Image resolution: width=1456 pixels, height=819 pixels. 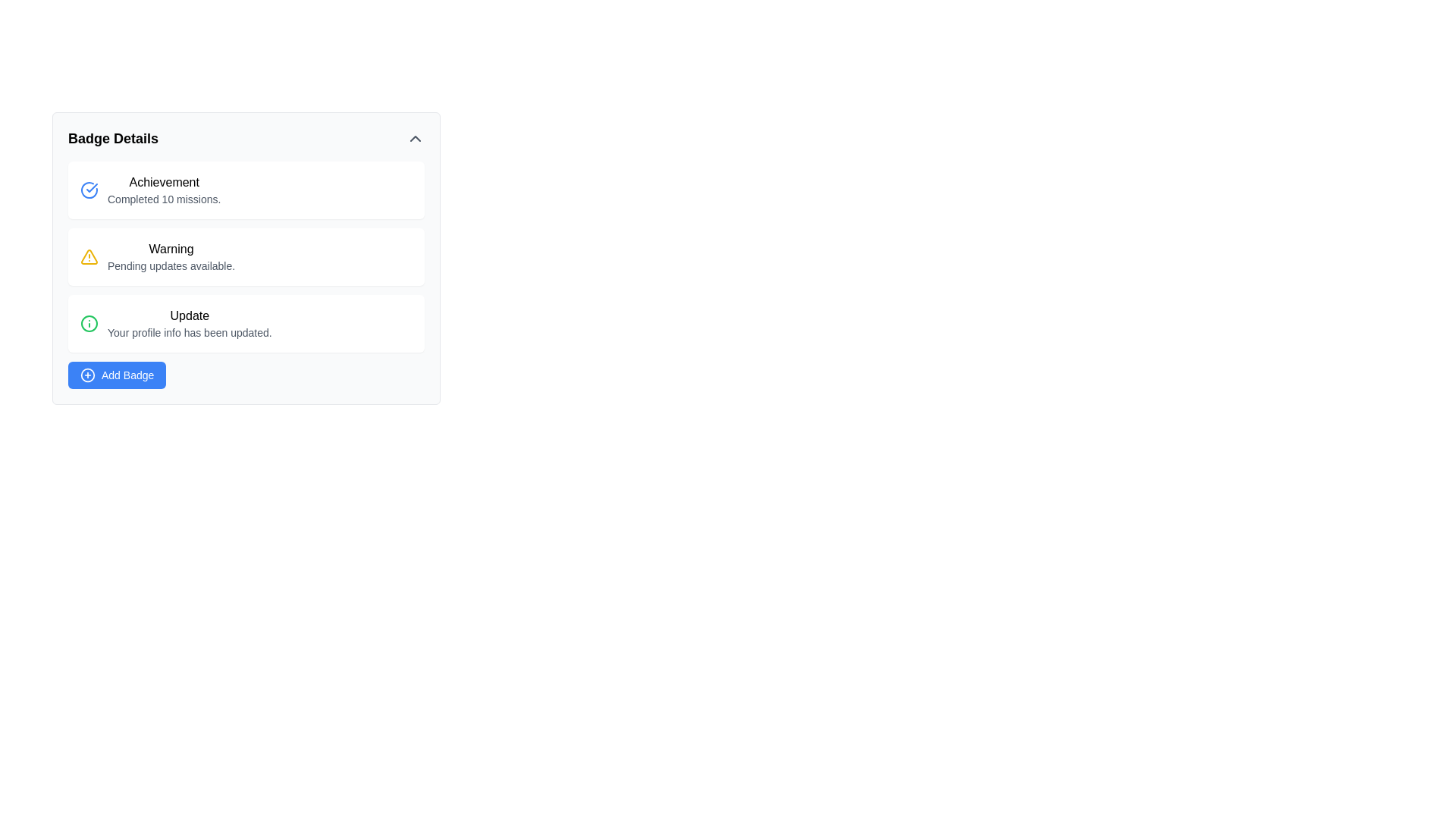 What do you see at coordinates (86, 375) in the screenshot?
I see `the circular SVG element that is part of the round-plus icon associated with the phrase 'Add Badge' in the 'Badge Details' section` at bounding box center [86, 375].